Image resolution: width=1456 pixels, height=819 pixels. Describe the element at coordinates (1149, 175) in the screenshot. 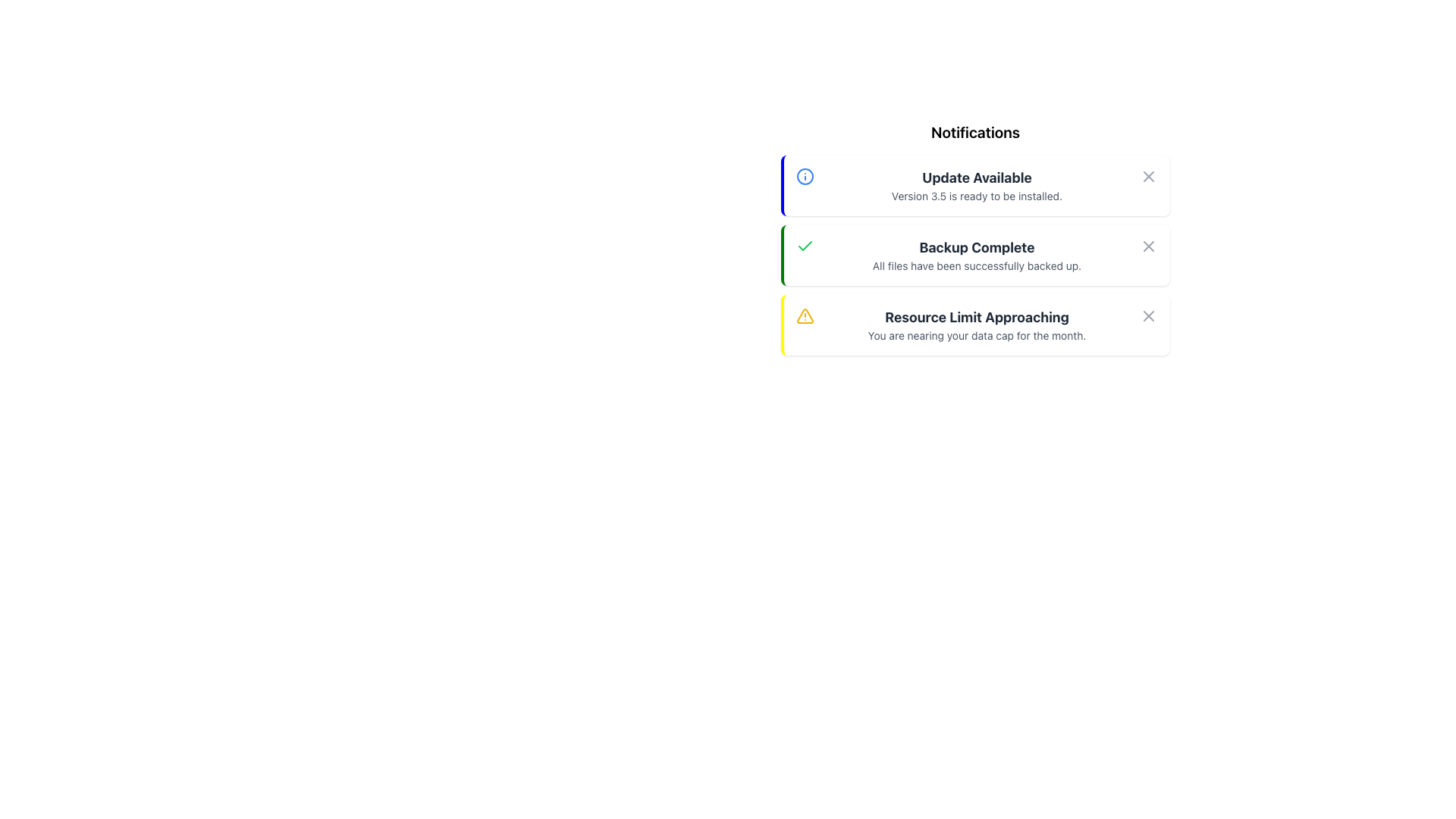

I see `the small cross icon button located at the far right of the 'Update Available' notification panel` at that location.